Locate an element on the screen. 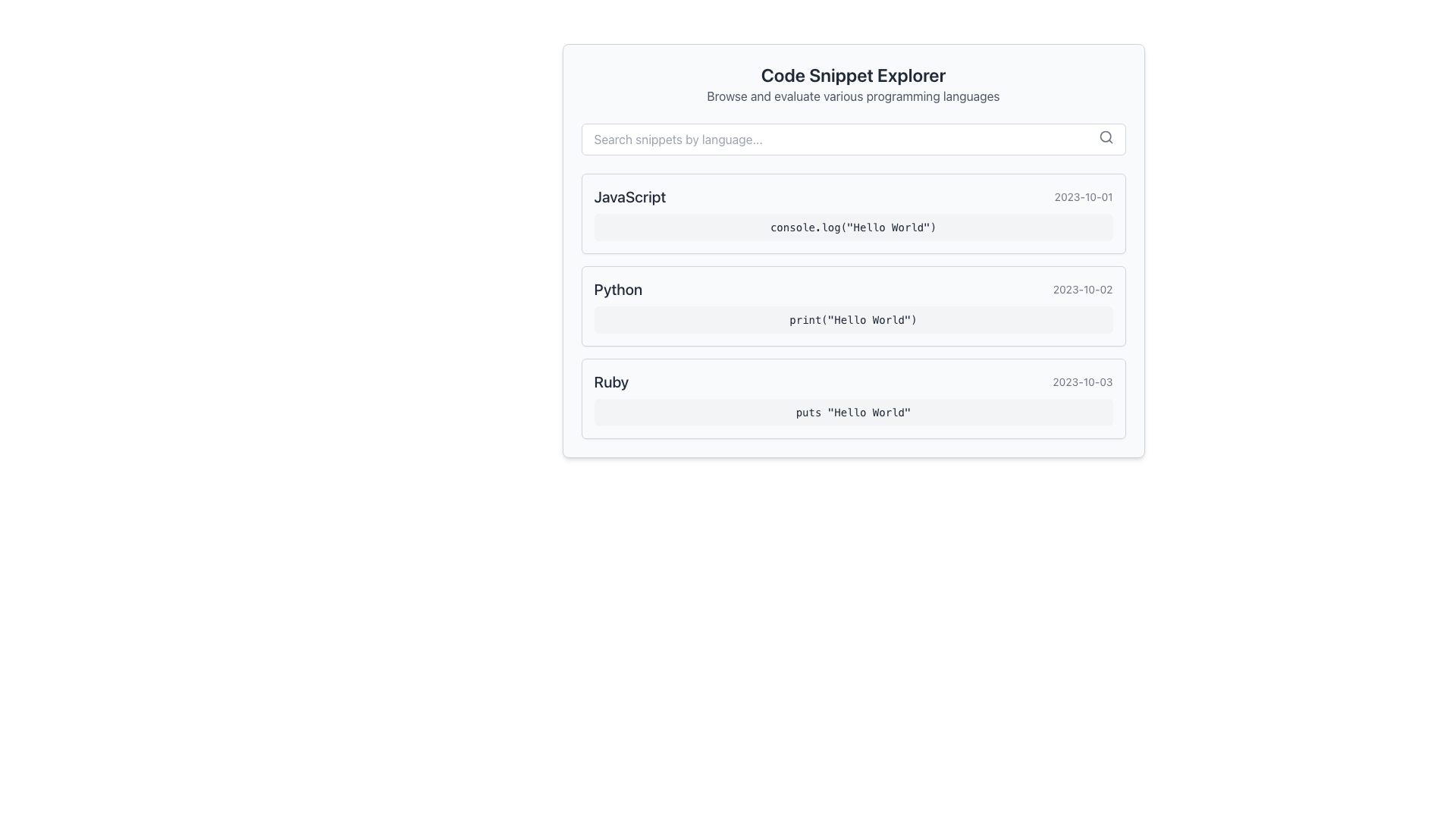 This screenshot has width=1456, height=819. the search icon represented by the SVG graphic of a magnifying glass, which is located at the top-right corner of the application interface is located at coordinates (1105, 136).